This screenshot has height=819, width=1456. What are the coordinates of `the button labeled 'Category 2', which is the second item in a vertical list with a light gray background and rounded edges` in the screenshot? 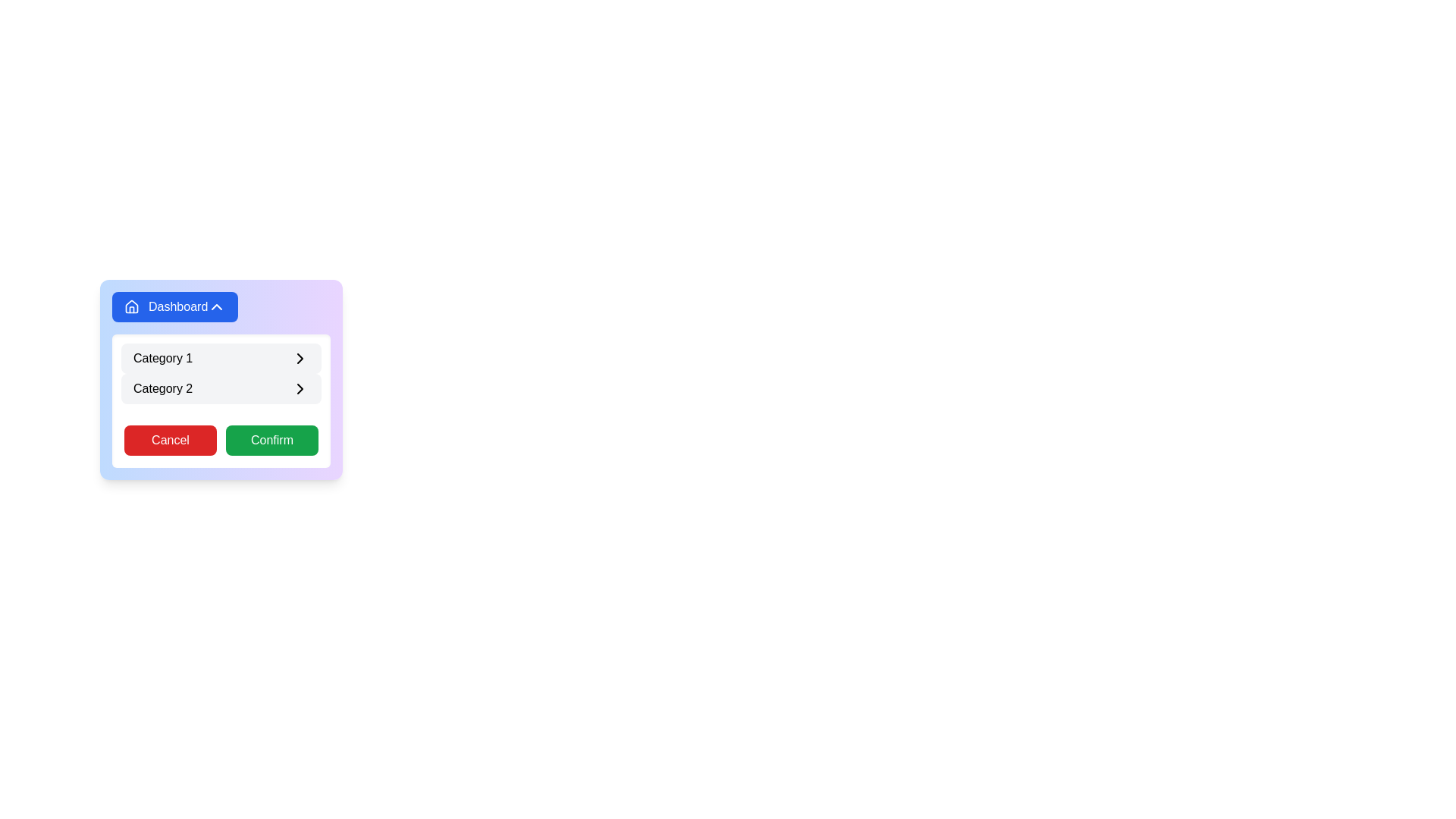 It's located at (221, 388).